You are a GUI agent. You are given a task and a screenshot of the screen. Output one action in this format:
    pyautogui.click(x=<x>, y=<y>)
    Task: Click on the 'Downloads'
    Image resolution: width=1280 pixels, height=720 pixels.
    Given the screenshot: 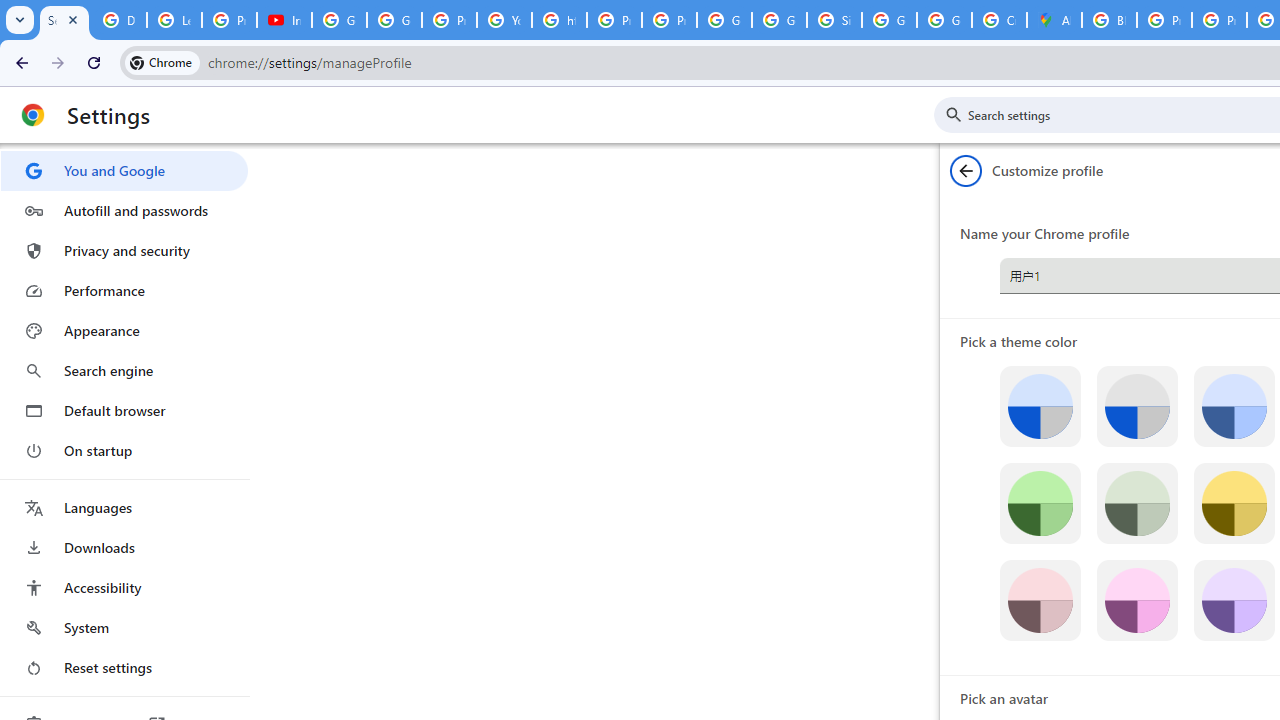 What is the action you would take?
    pyautogui.click(x=123, y=547)
    